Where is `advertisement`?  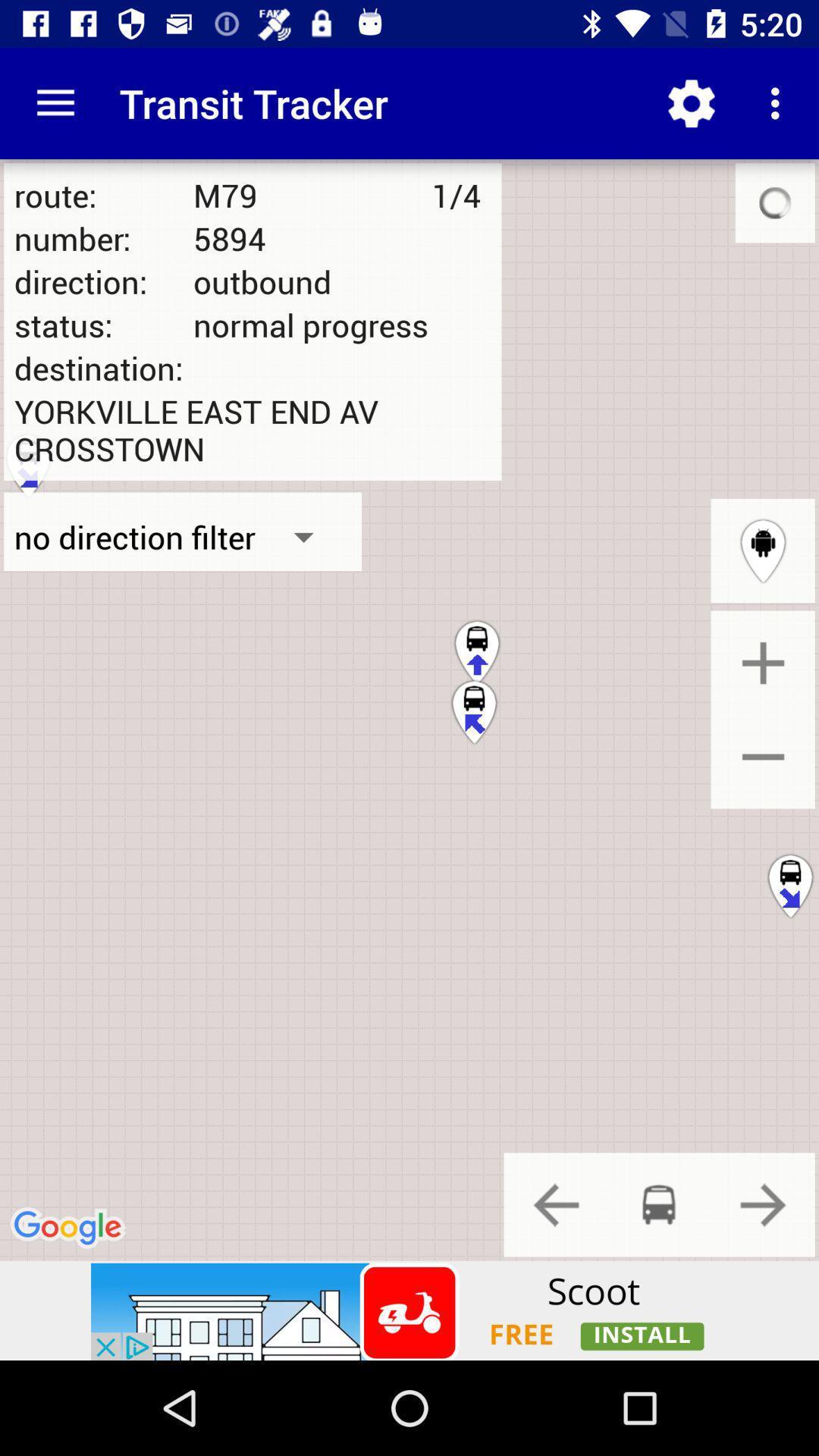
advertisement is located at coordinates (409, 1310).